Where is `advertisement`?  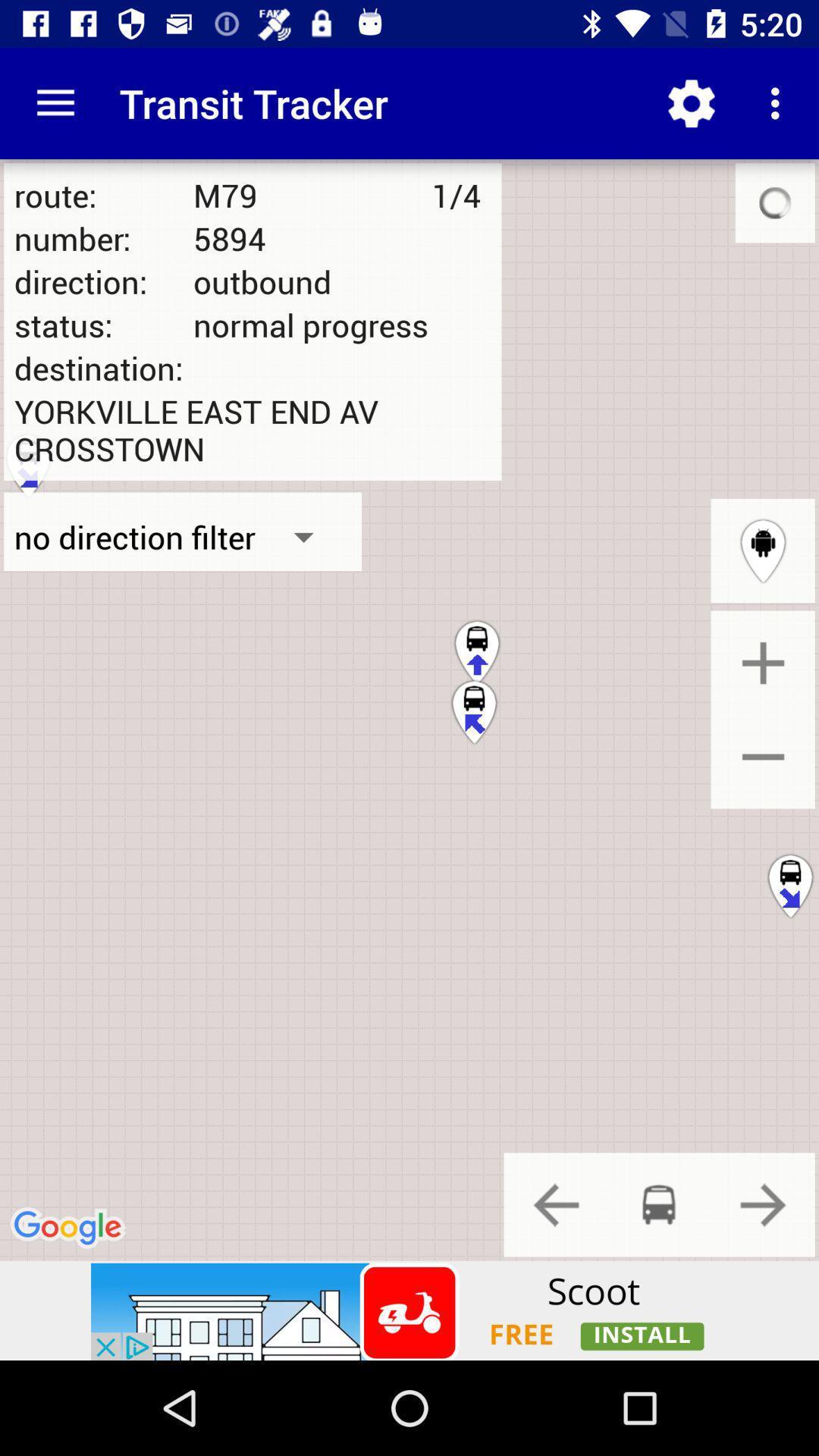
advertisement is located at coordinates (409, 1310).